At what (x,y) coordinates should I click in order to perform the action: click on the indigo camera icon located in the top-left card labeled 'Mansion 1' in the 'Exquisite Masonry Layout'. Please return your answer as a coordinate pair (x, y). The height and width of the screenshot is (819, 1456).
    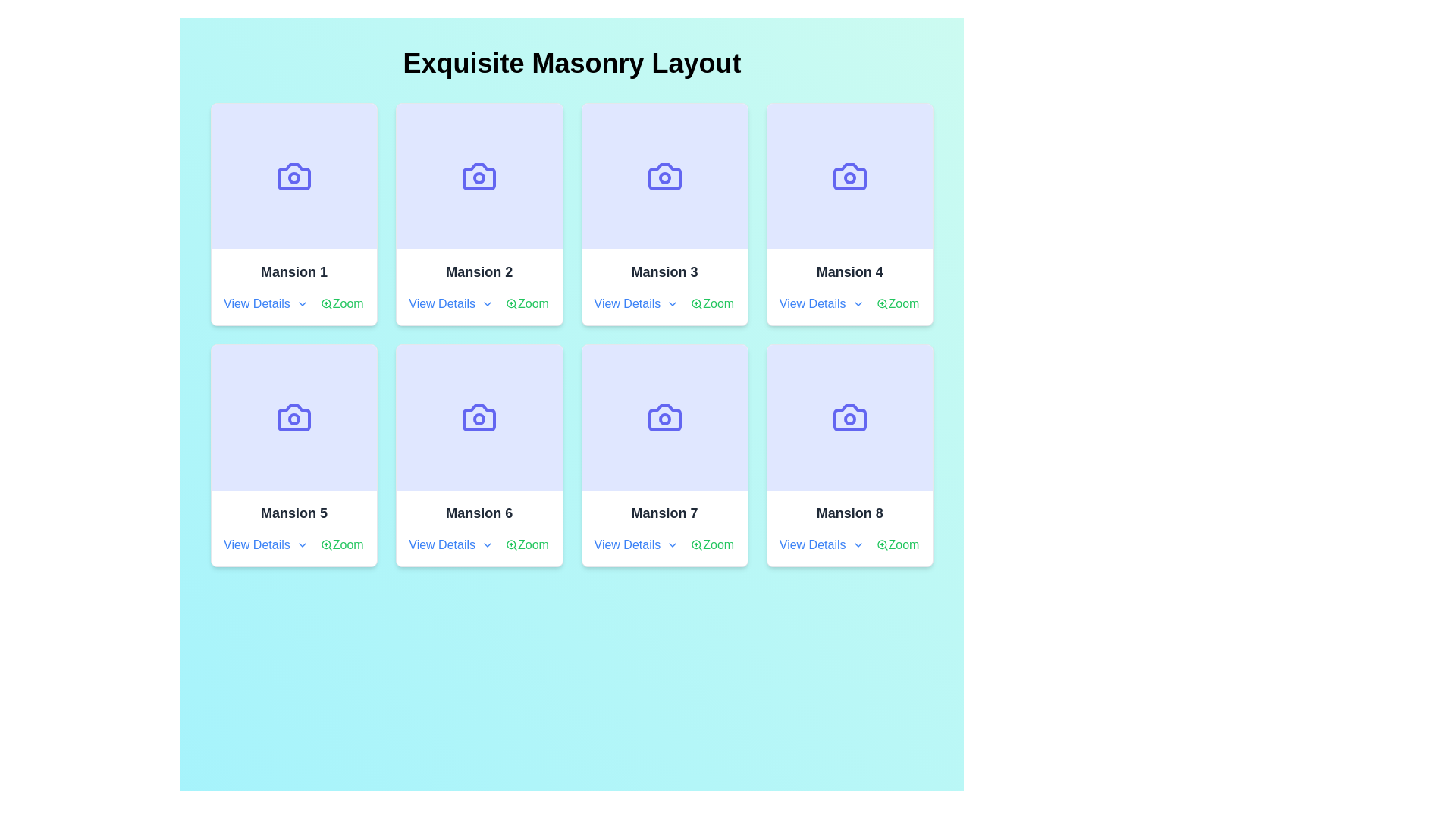
    Looking at the image, I should click on (294, 175).